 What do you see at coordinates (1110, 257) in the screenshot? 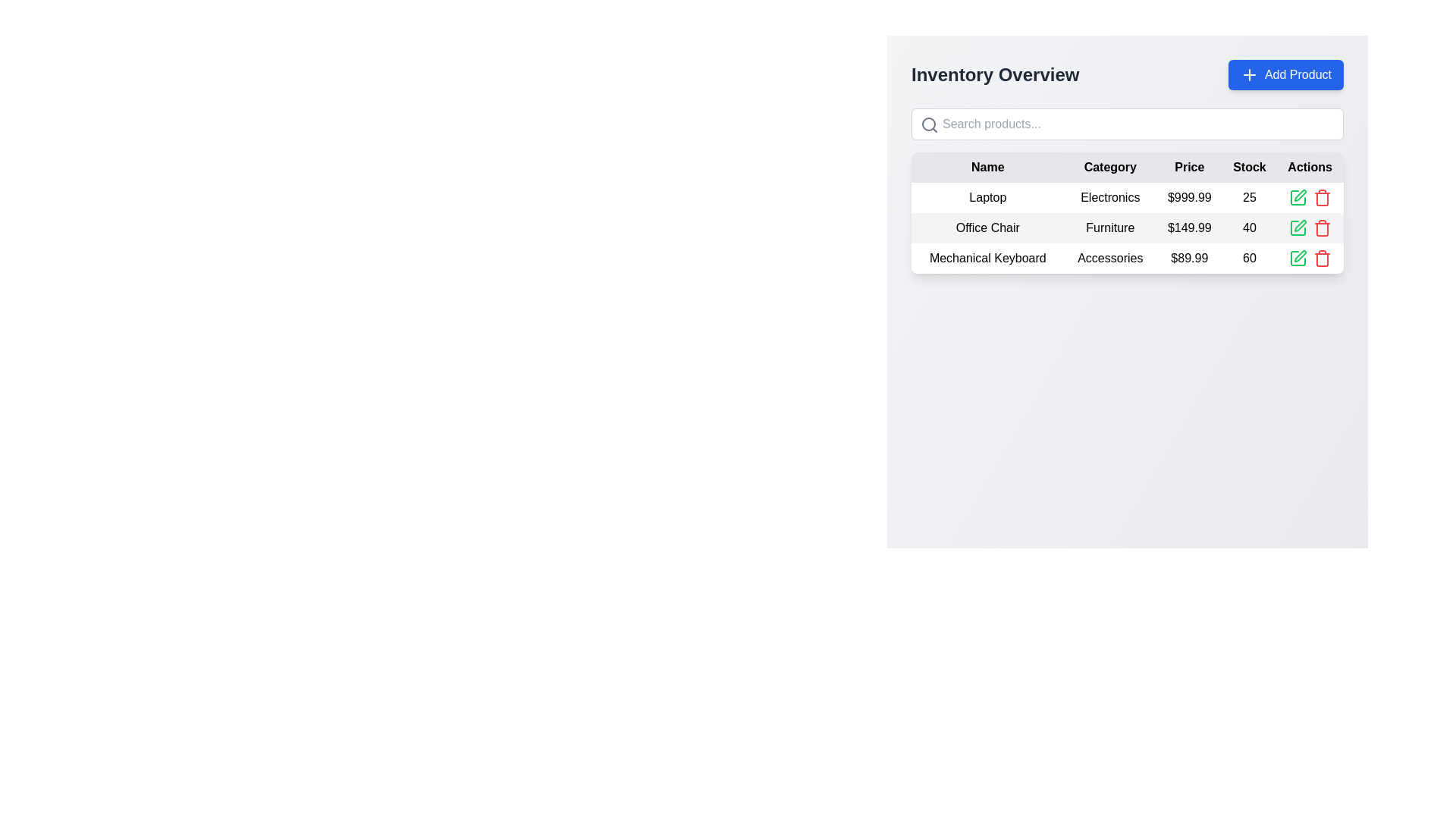
I see `the static text label categorizing 'Mechanical Keyboard' under the 'Accessories' category in the 'Category' column of the tabular display` at bounding box center [1110, 257].